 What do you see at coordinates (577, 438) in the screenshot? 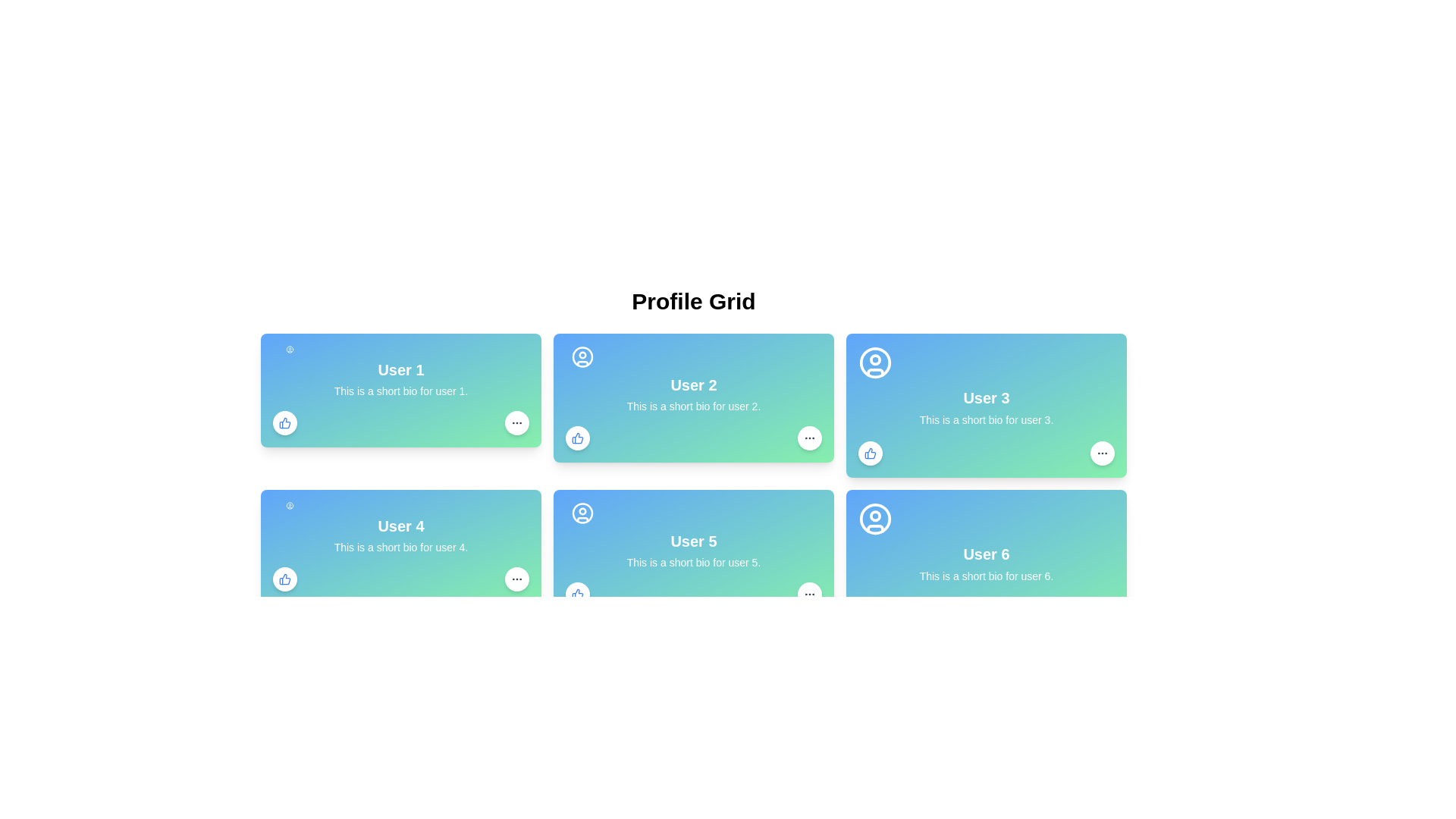
I see `the small circular button with a white background and blue outlining containing a 'thumbs up' icon in blue` at bounding box center [577, 438].